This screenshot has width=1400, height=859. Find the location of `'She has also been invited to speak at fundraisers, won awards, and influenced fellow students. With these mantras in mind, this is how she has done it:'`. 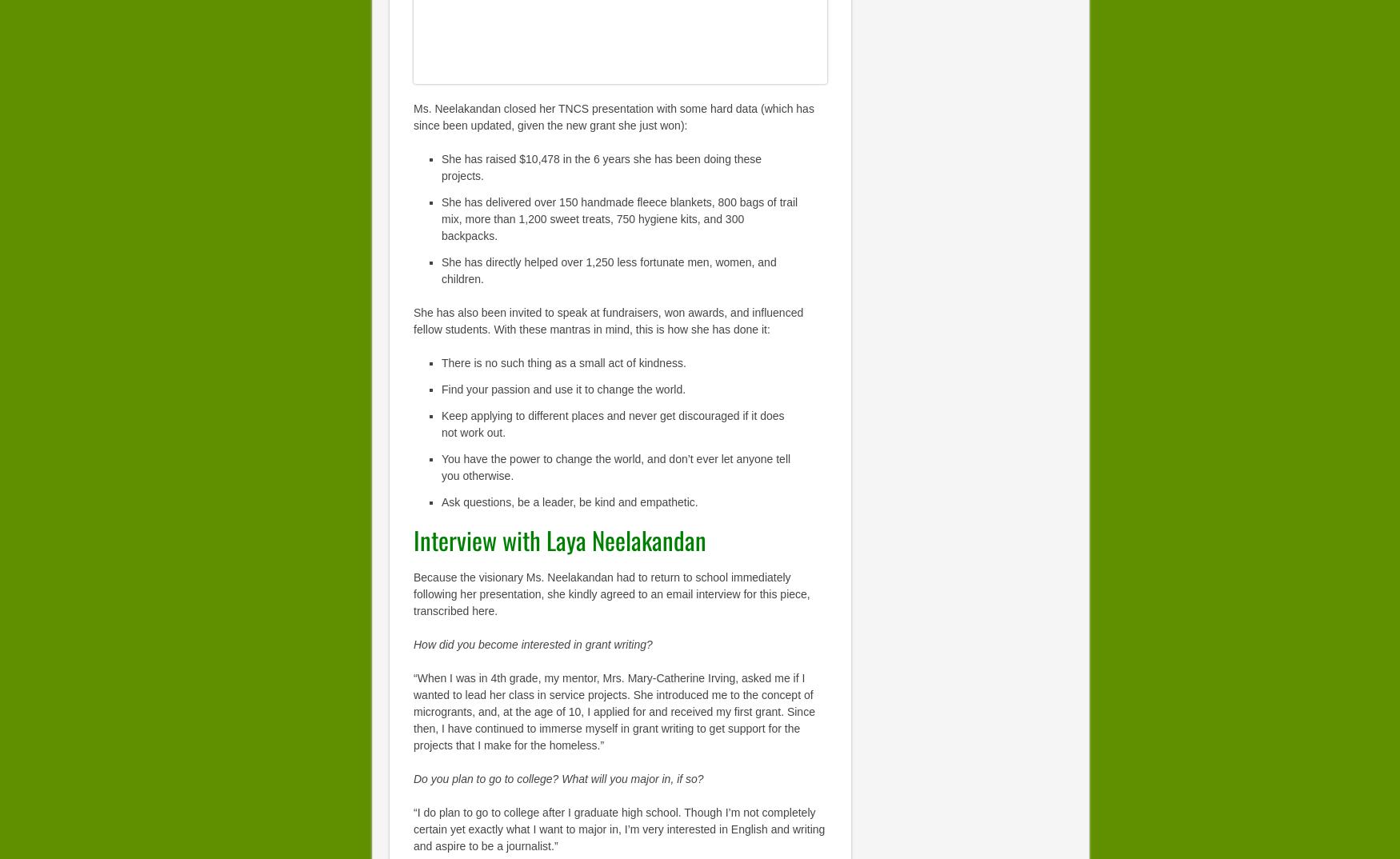

'She has also been invited to speak at fundraisers, won awards, and influenced fellow students. With these mantras in mind, this is how she has done it:' is located at coordinates (607, 320).